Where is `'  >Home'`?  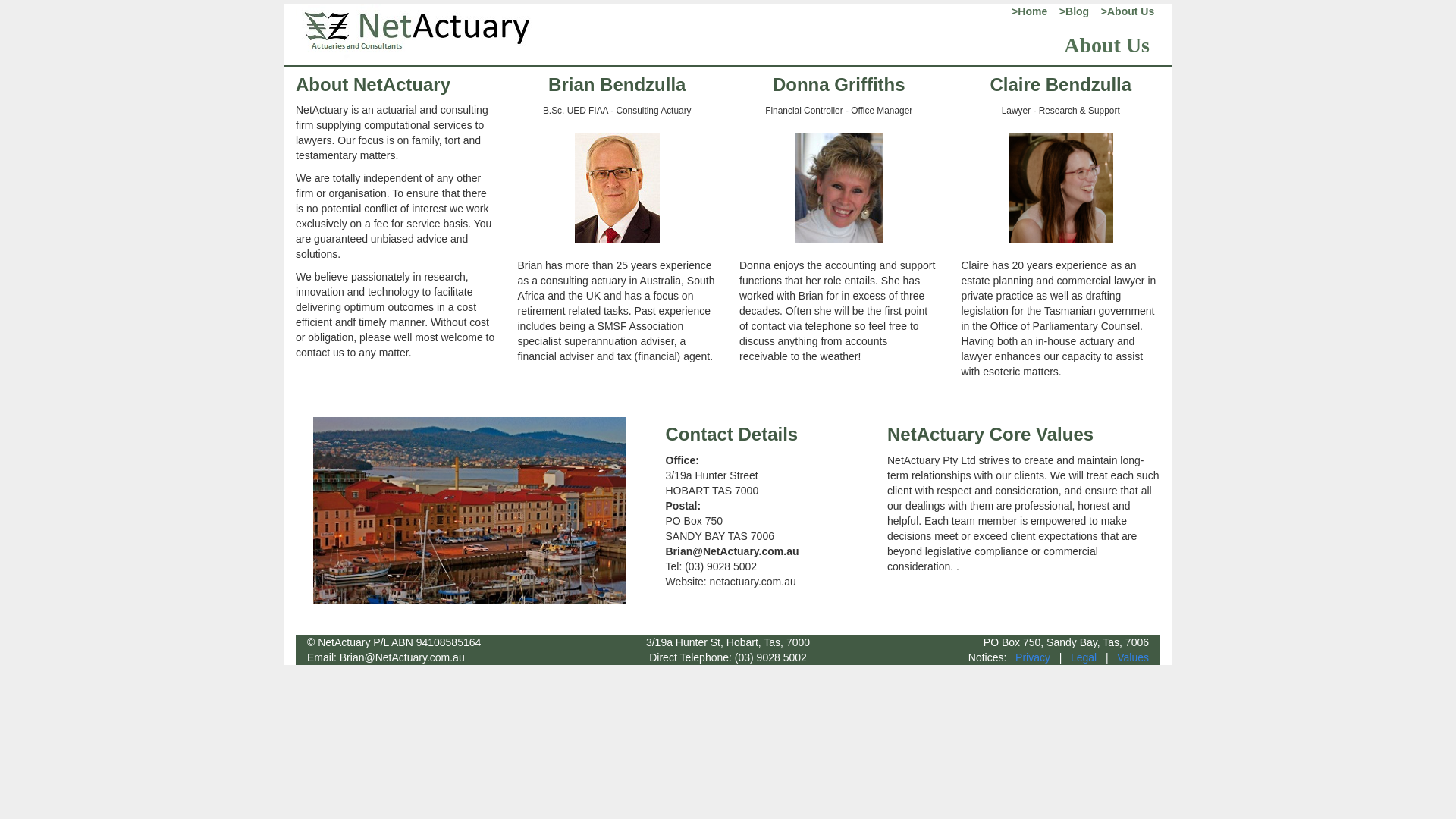
'  >Home' is located at coordinates (1002, 11).